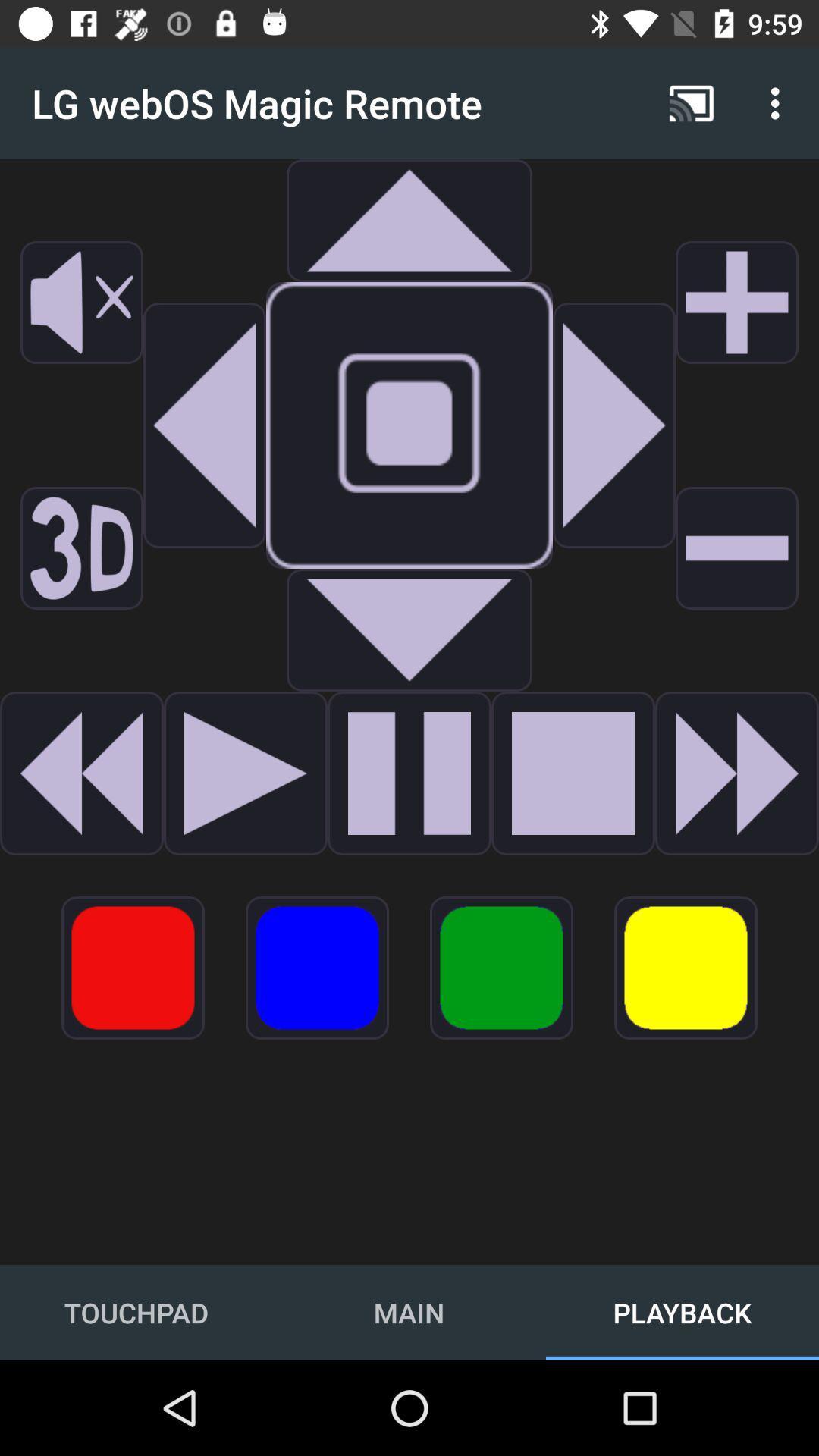 Image resolution: width=819 pixels, height=1456 pixels. What do you see at coordinates (736, 548) in the screenshot?
I see `the minus icon` at bounding box center [736, 548].